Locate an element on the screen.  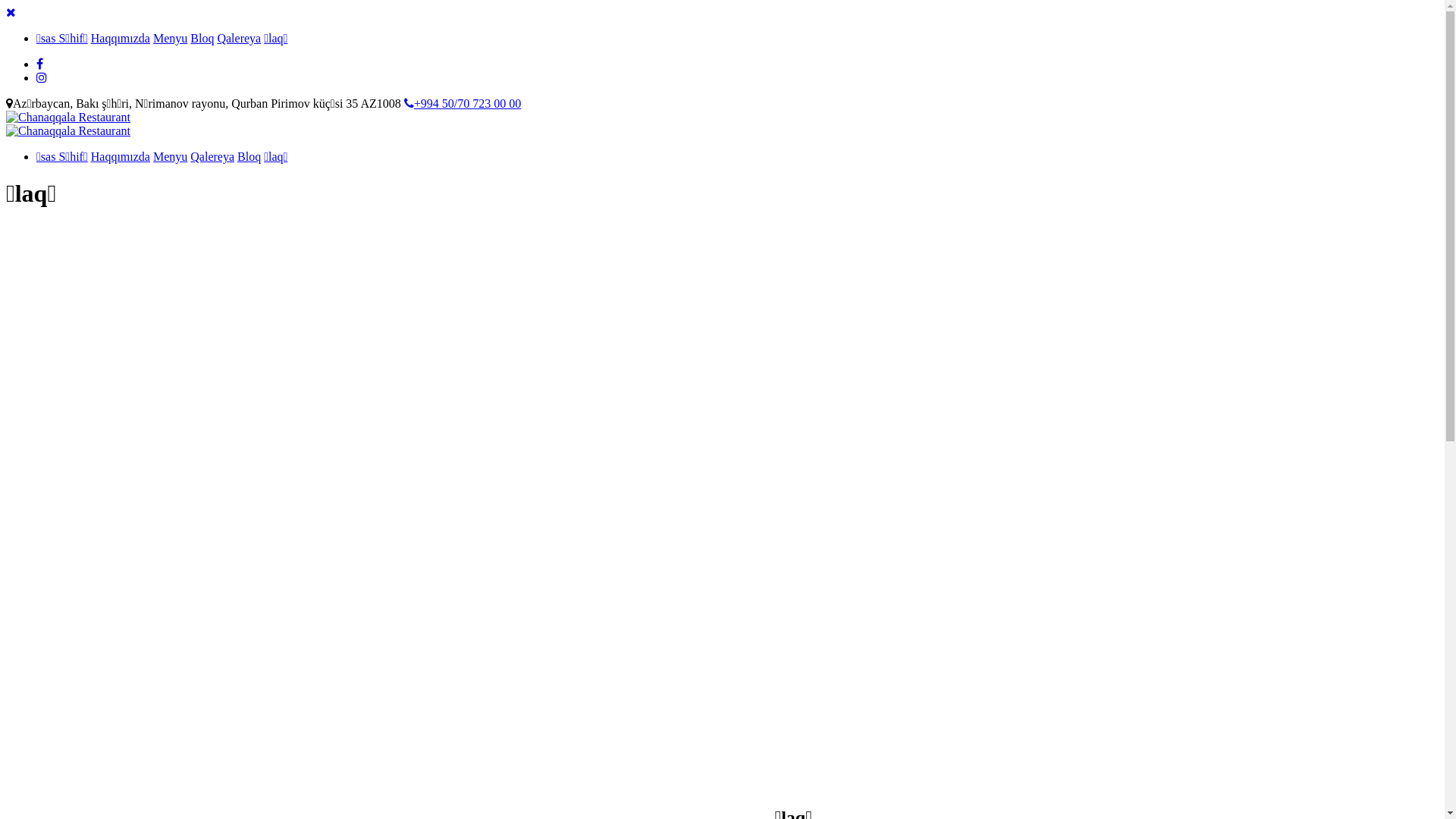
'Bloq' is located at coordinates (201, 37).